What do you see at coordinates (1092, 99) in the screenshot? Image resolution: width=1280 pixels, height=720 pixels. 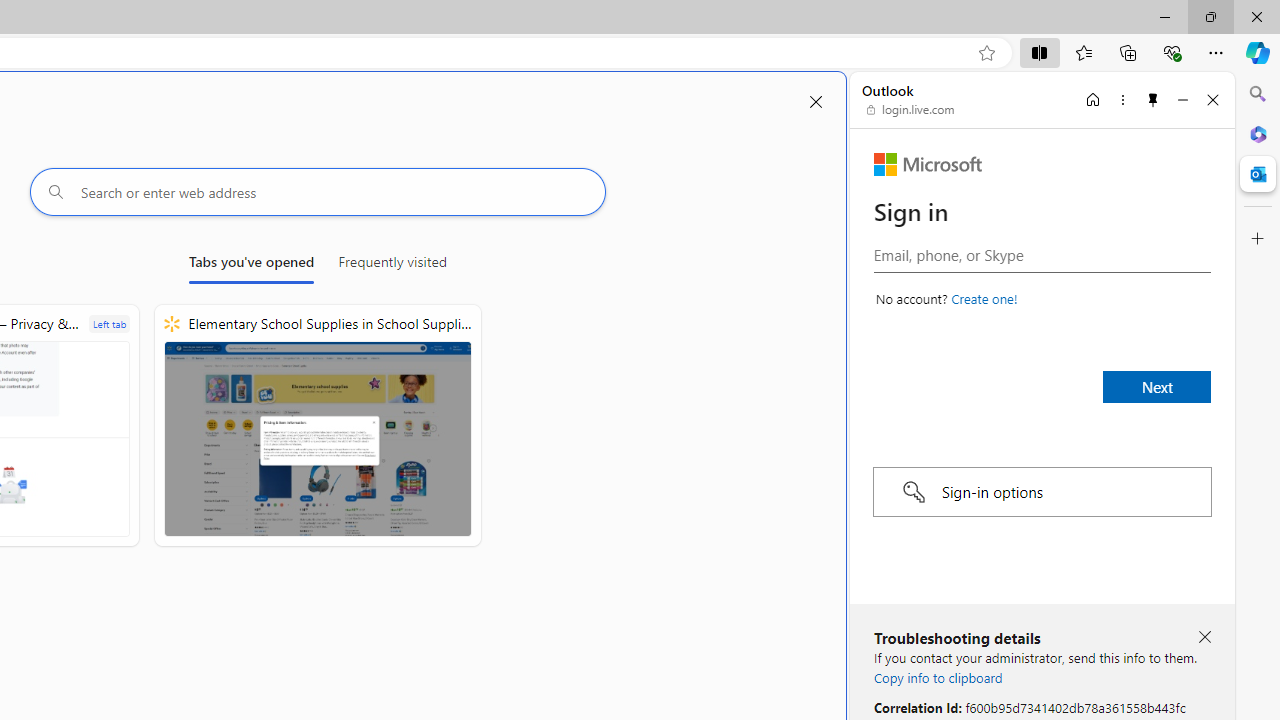 I see `'Home'` at bounding box center [1092, 99].